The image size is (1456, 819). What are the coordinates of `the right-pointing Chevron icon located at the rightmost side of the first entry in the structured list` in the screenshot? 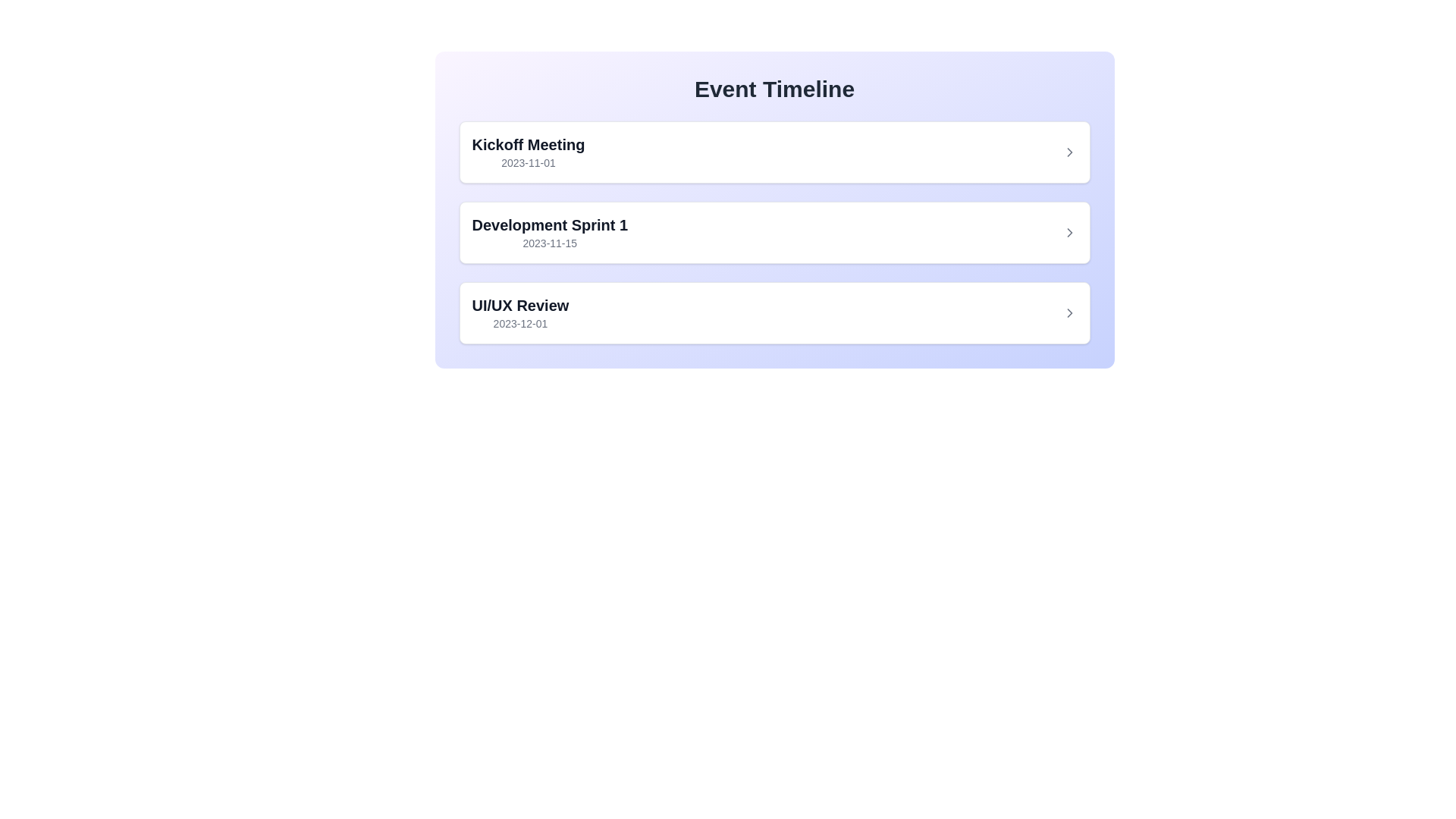 It's located at (1068, 152).